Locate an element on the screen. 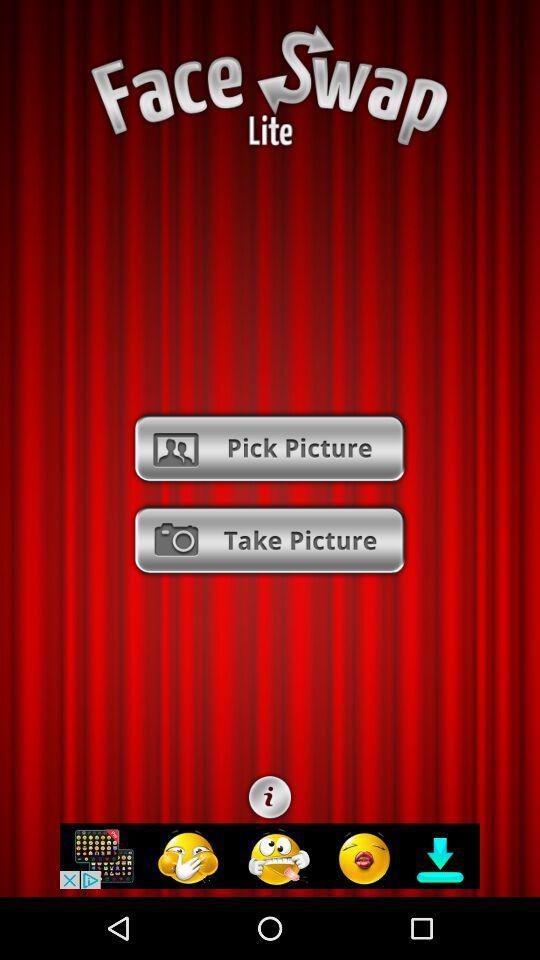  the option is located at coordinates (269, 448).